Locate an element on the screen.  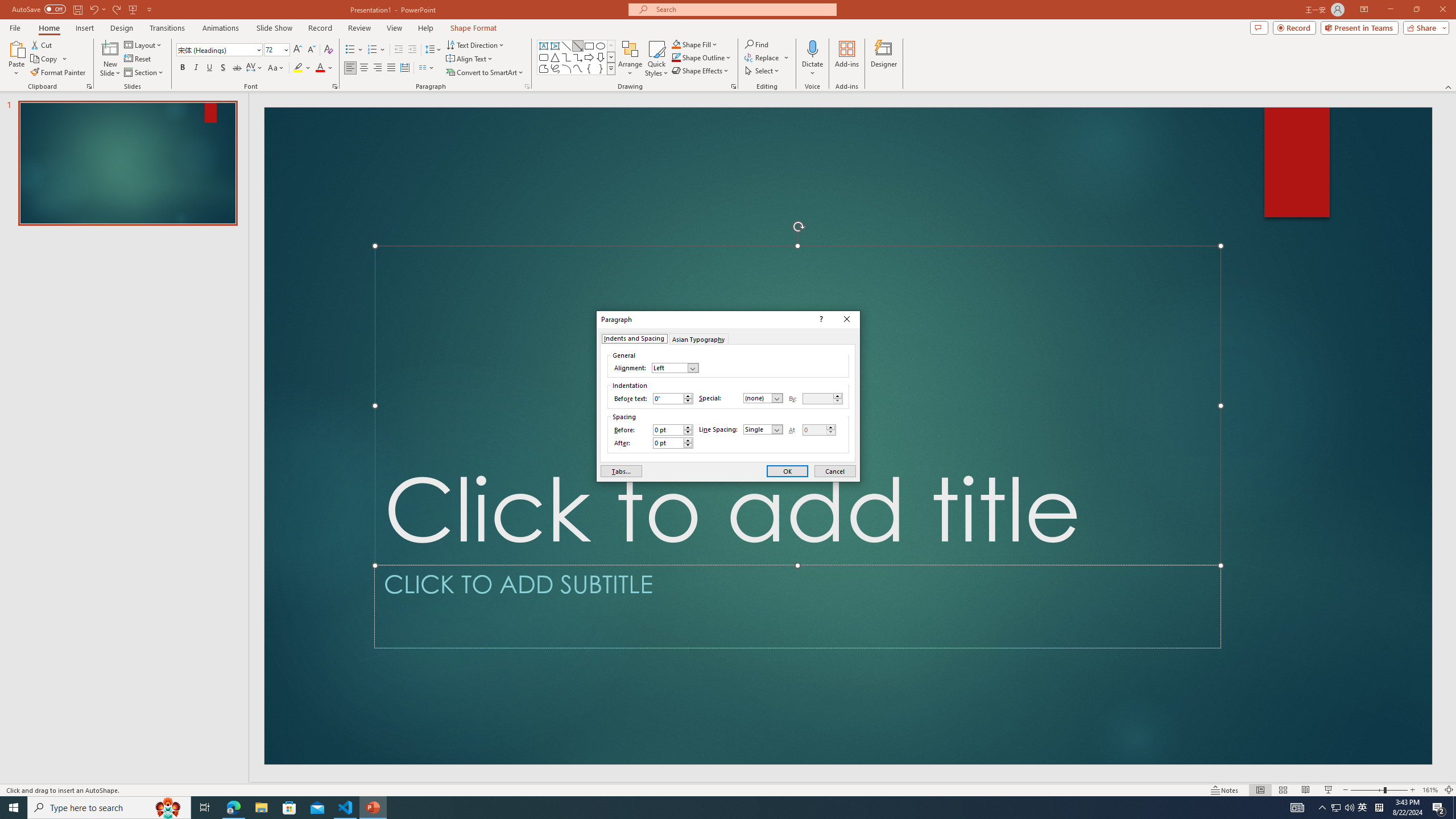
'OK' is located at coordinates (786, 470).